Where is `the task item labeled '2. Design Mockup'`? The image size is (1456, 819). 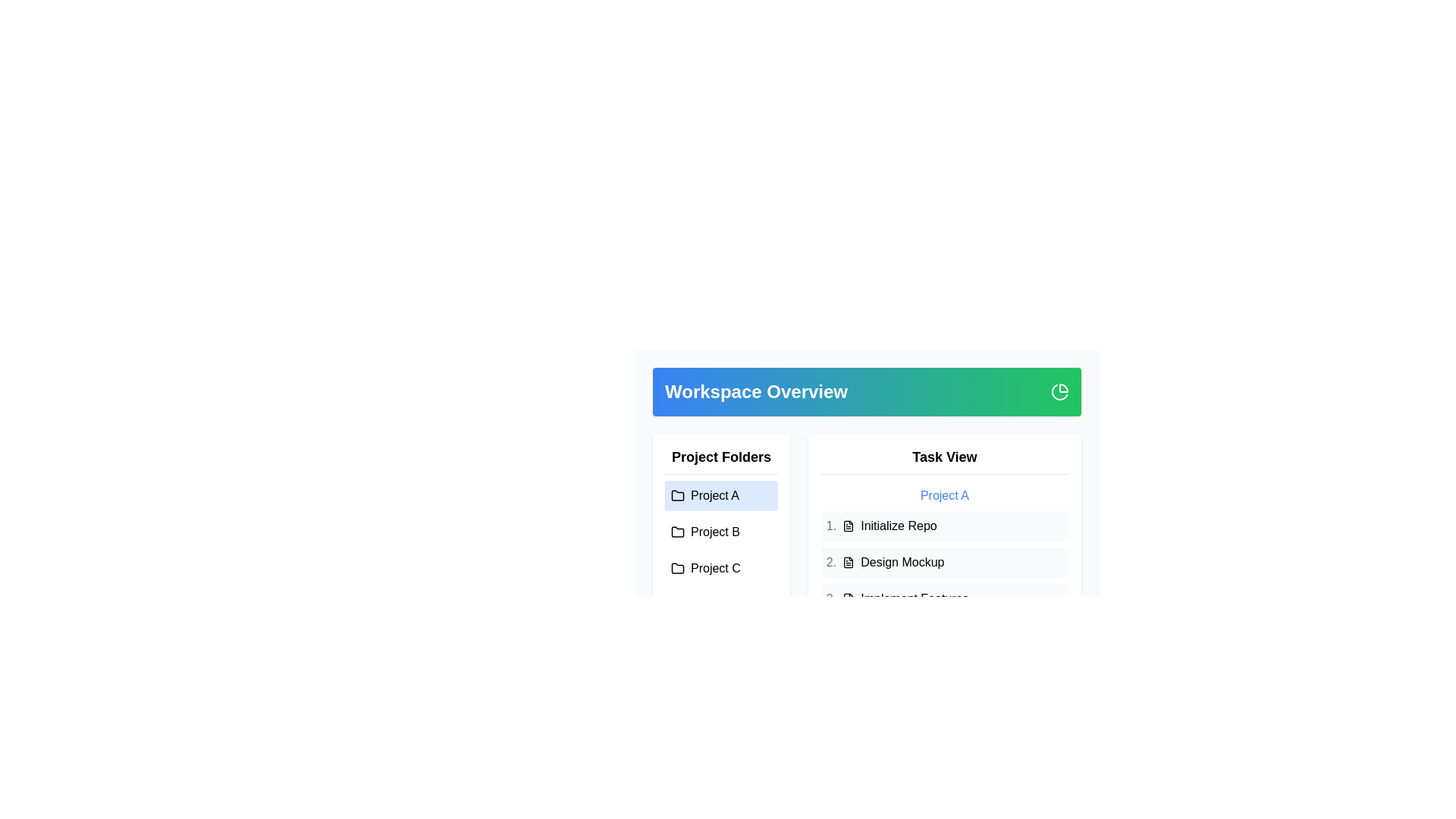
the task item labeled '2. Design Mockup' is located at coordinates (943, 562).